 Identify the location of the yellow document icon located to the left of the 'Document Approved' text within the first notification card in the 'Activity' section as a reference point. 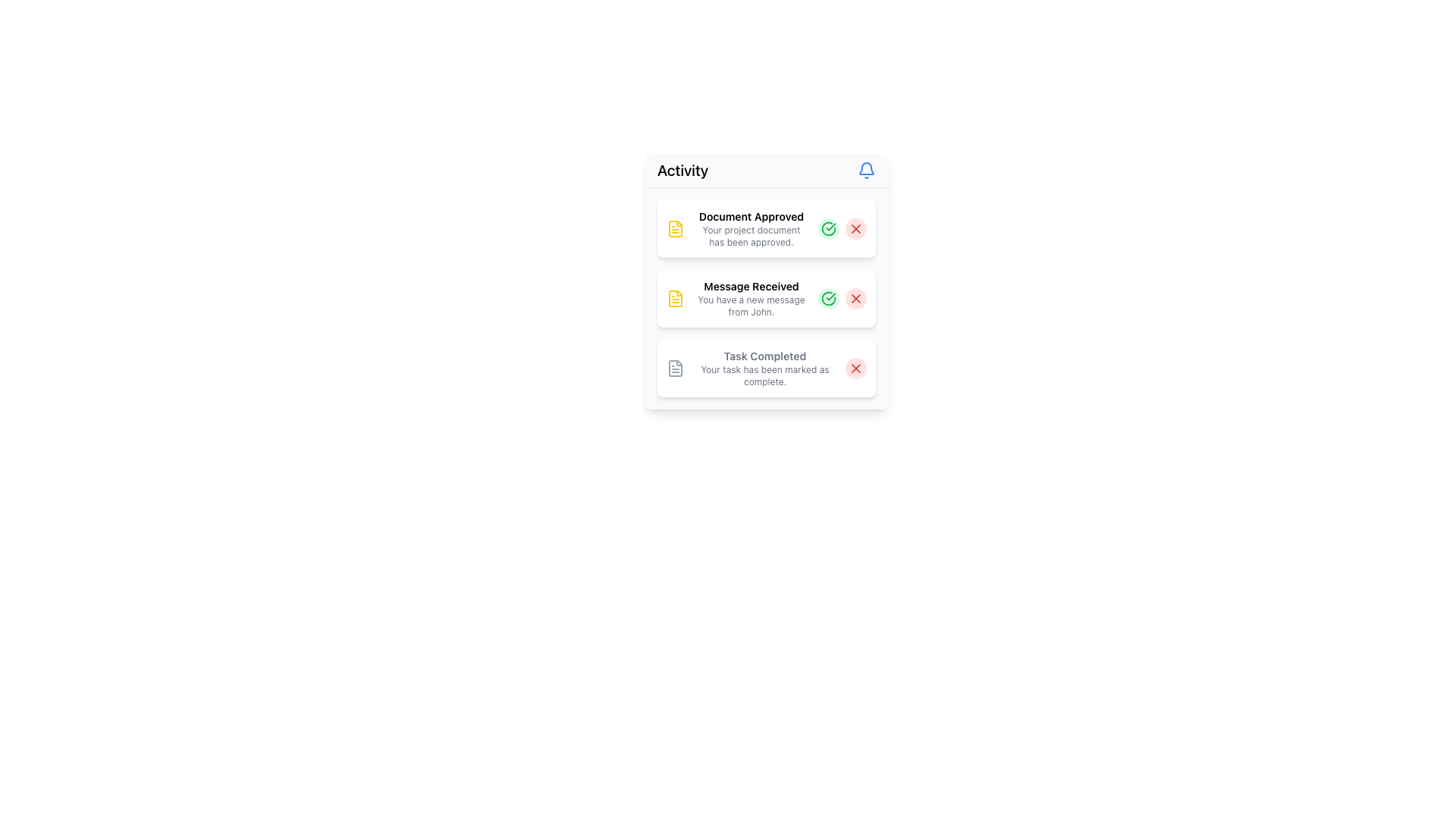
(675, 228).